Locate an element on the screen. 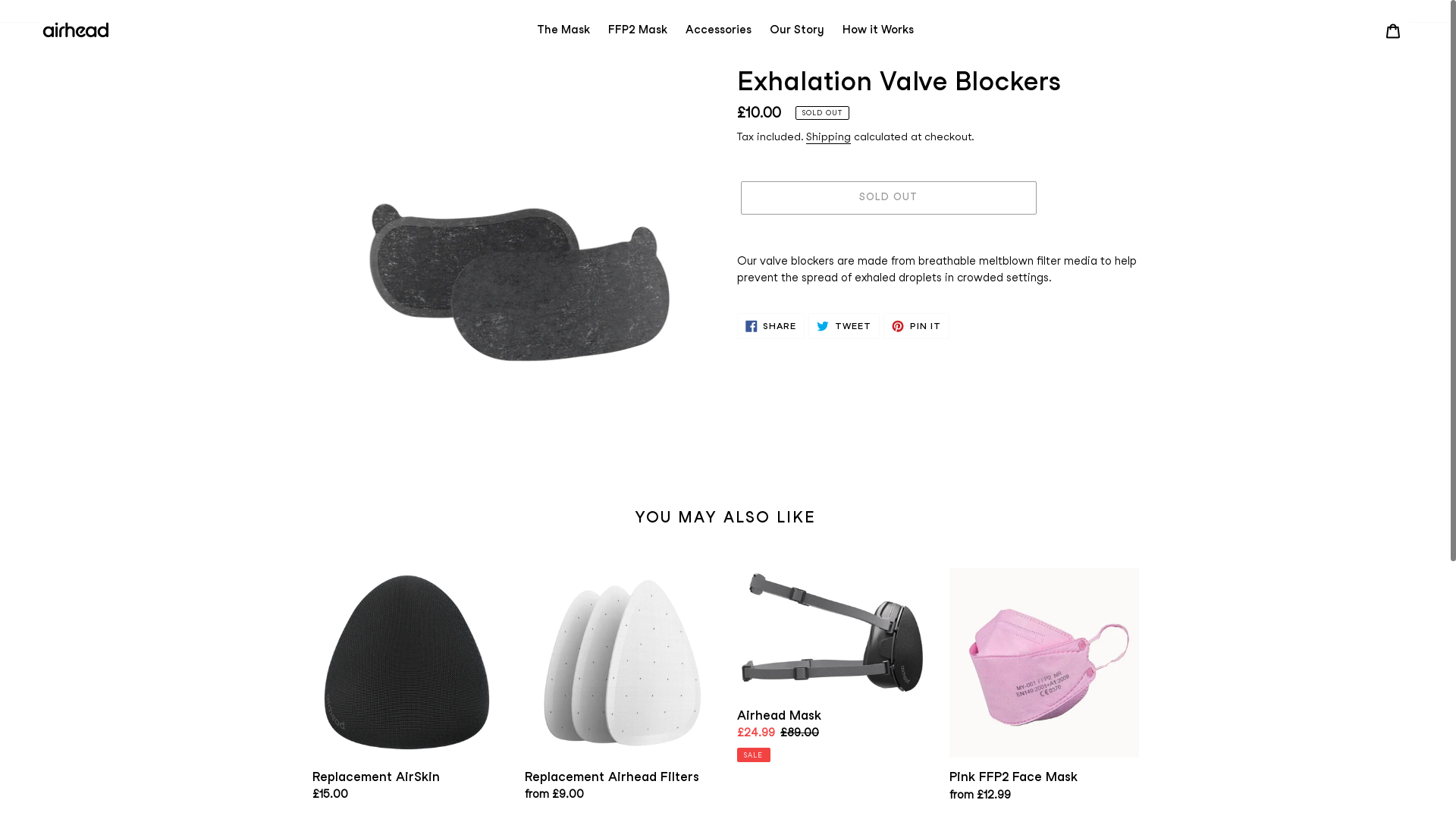  'PIN IT is located at coordinates (915, 325).